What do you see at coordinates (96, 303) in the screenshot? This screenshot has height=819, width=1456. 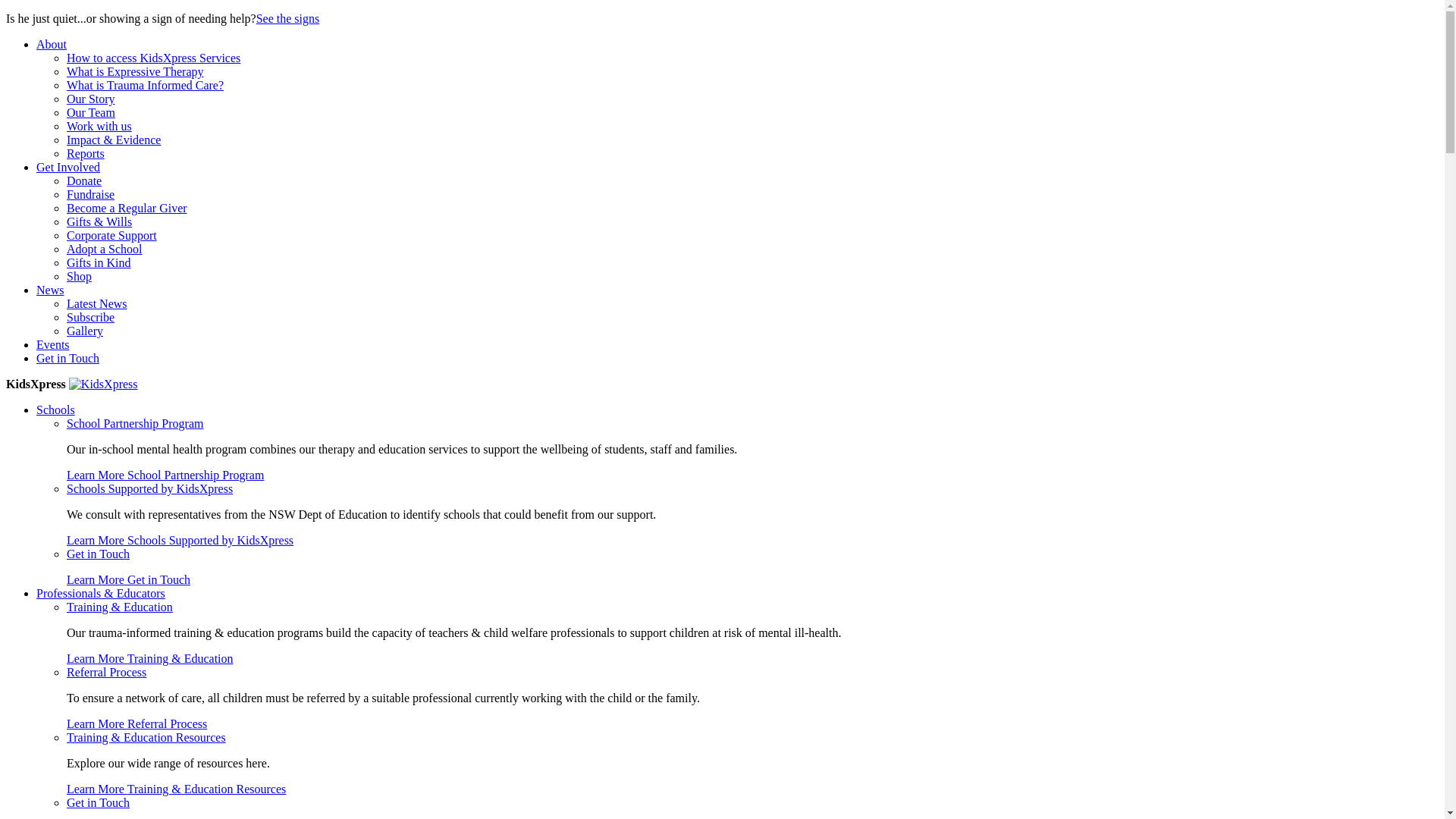 I see `'Latest News'` at bounding box center [96, 303].